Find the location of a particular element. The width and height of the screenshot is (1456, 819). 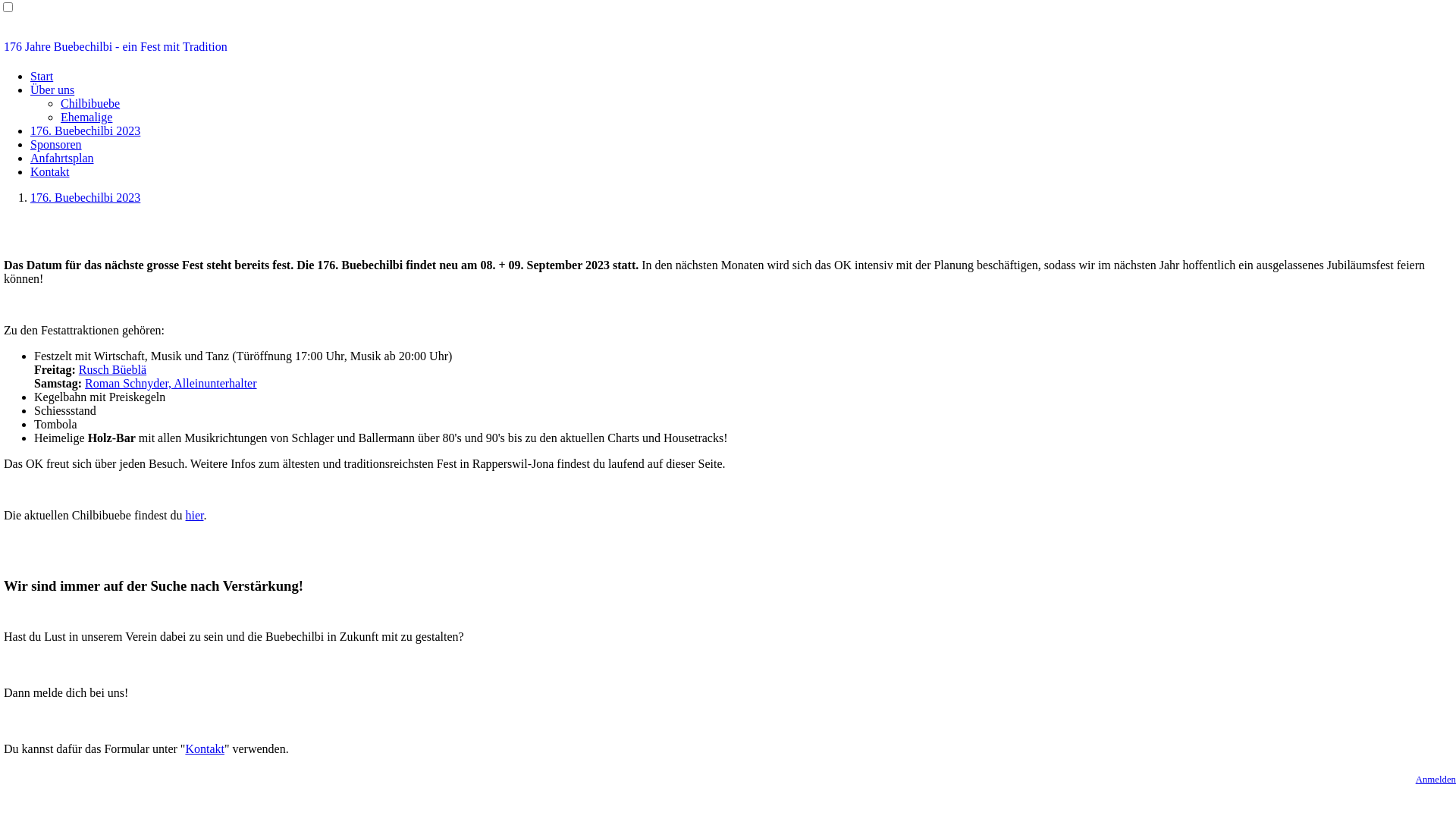

'Chilbibuebe' is located at coordinates (89, 102).